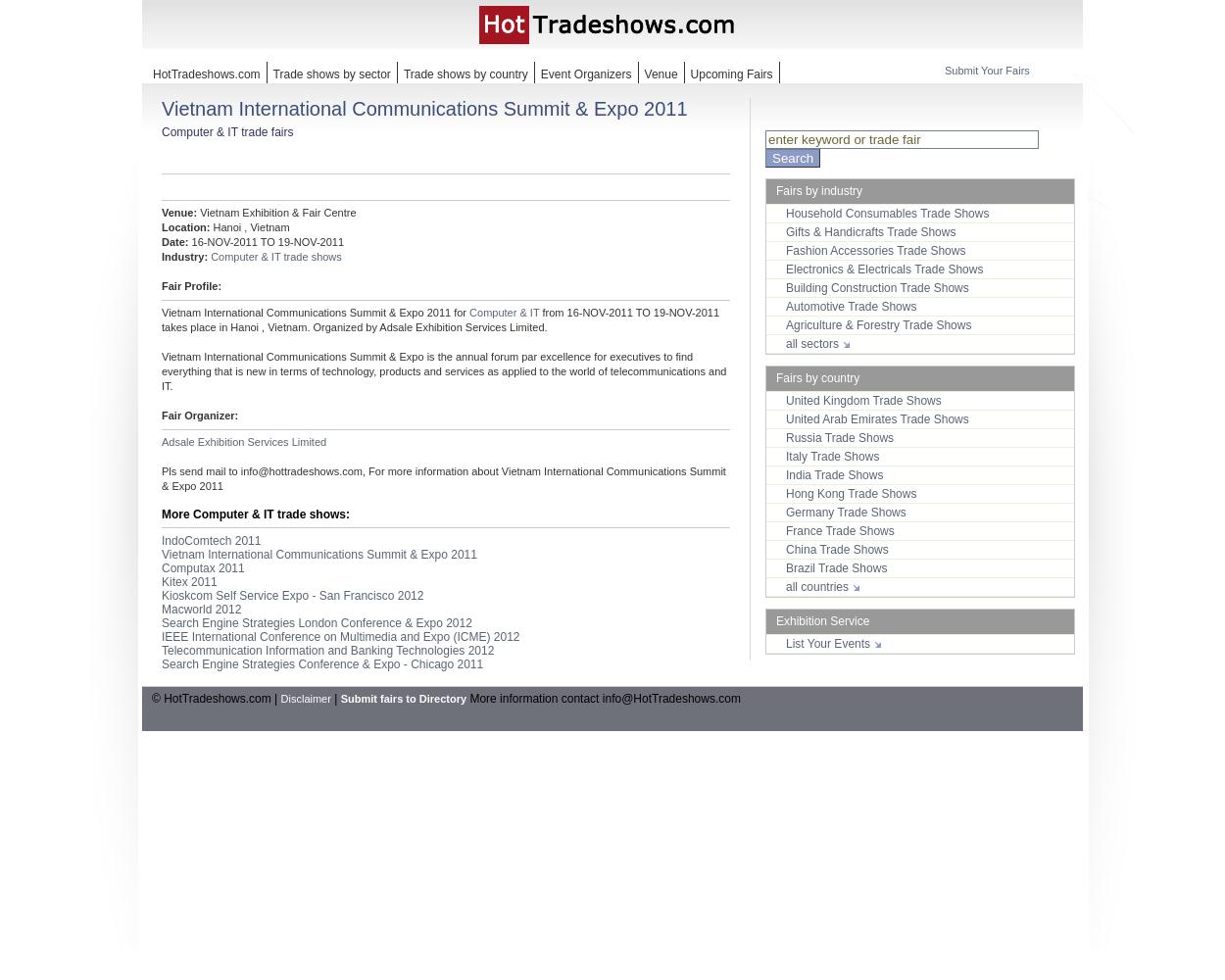  Describe the element at coordinates (225, 132) in the screenshot. I see `'Computer & IT trade fairs'` at that location.